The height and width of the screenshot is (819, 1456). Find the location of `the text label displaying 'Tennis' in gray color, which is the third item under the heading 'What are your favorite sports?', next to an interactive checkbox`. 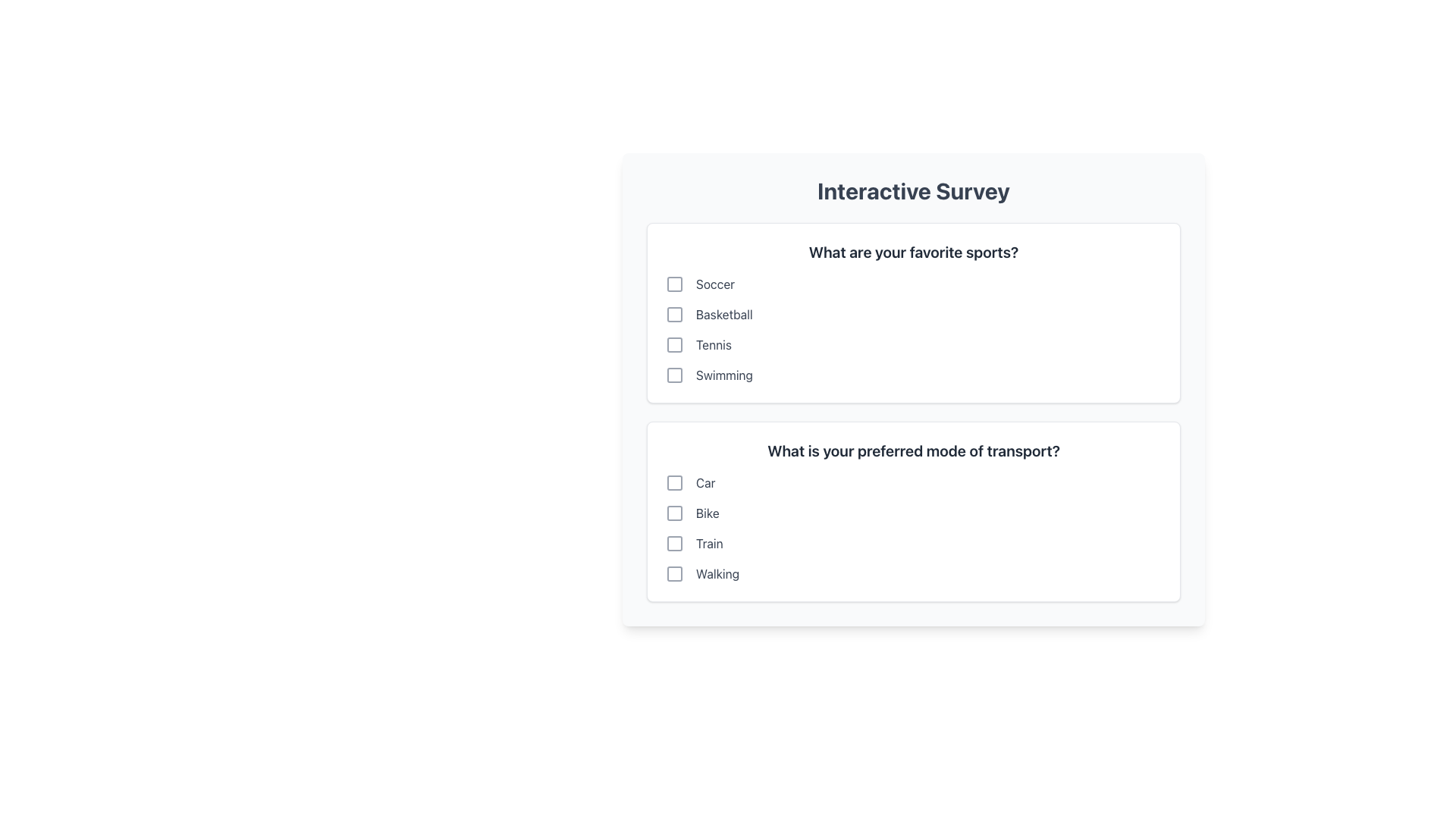

the text label displaying 'Tennis' in gray color, which is the third item under the heading 'What are your favorite sports?', next to an interactive checkbox is located at coordinates (713, 345).